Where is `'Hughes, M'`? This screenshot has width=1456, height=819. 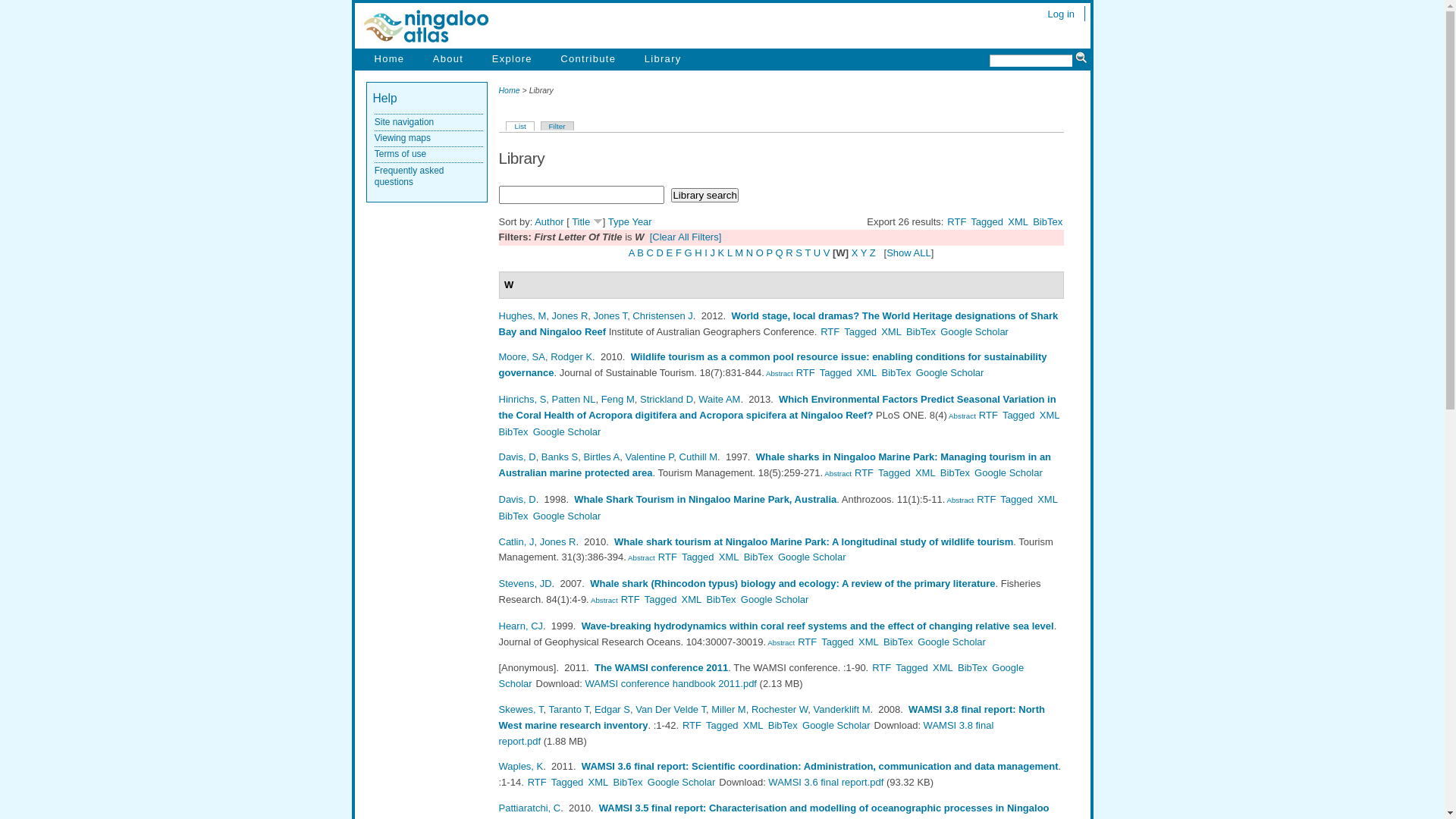
'Hughes, M' is located at coordinates (522, 315).